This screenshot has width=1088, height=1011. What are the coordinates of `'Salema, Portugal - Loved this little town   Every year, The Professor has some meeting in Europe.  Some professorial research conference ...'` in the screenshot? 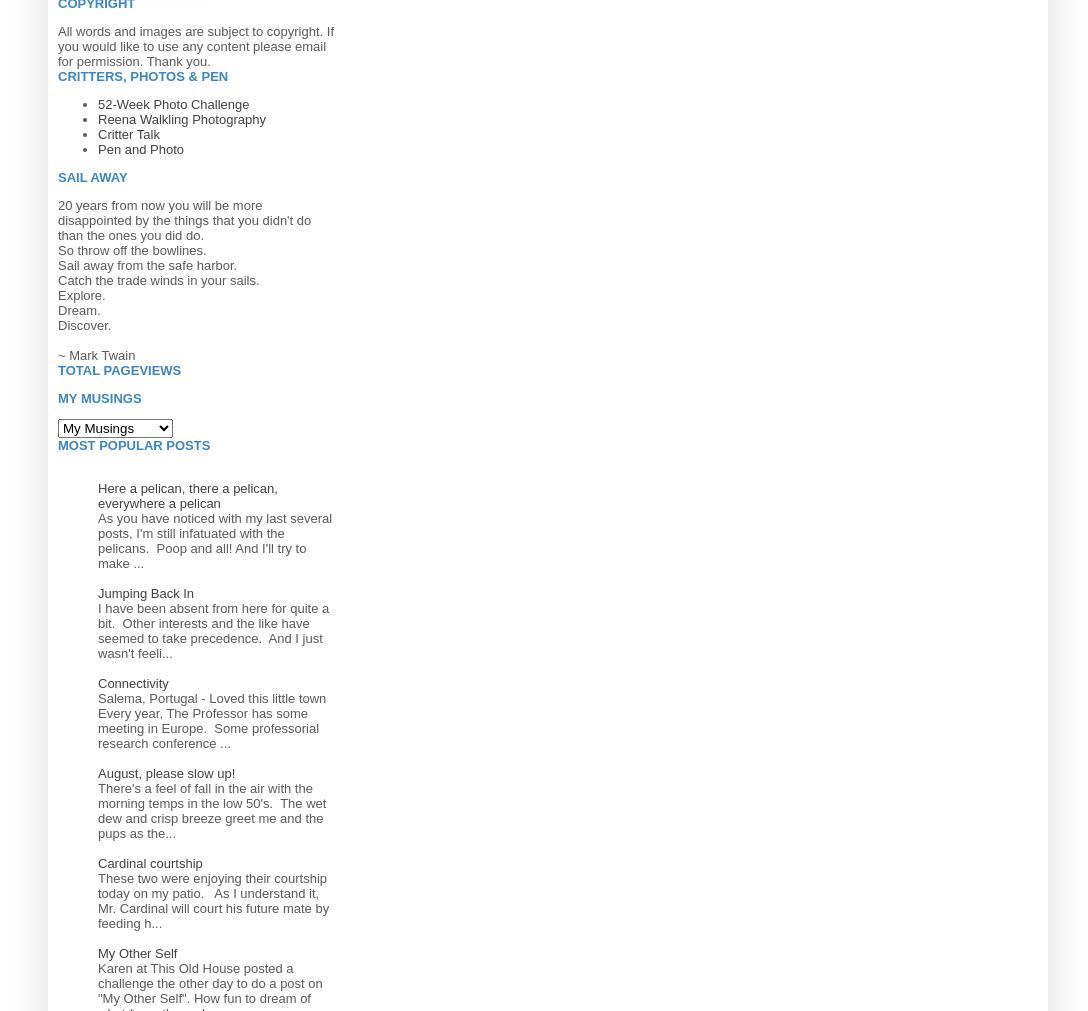 It's located at (211, 719).